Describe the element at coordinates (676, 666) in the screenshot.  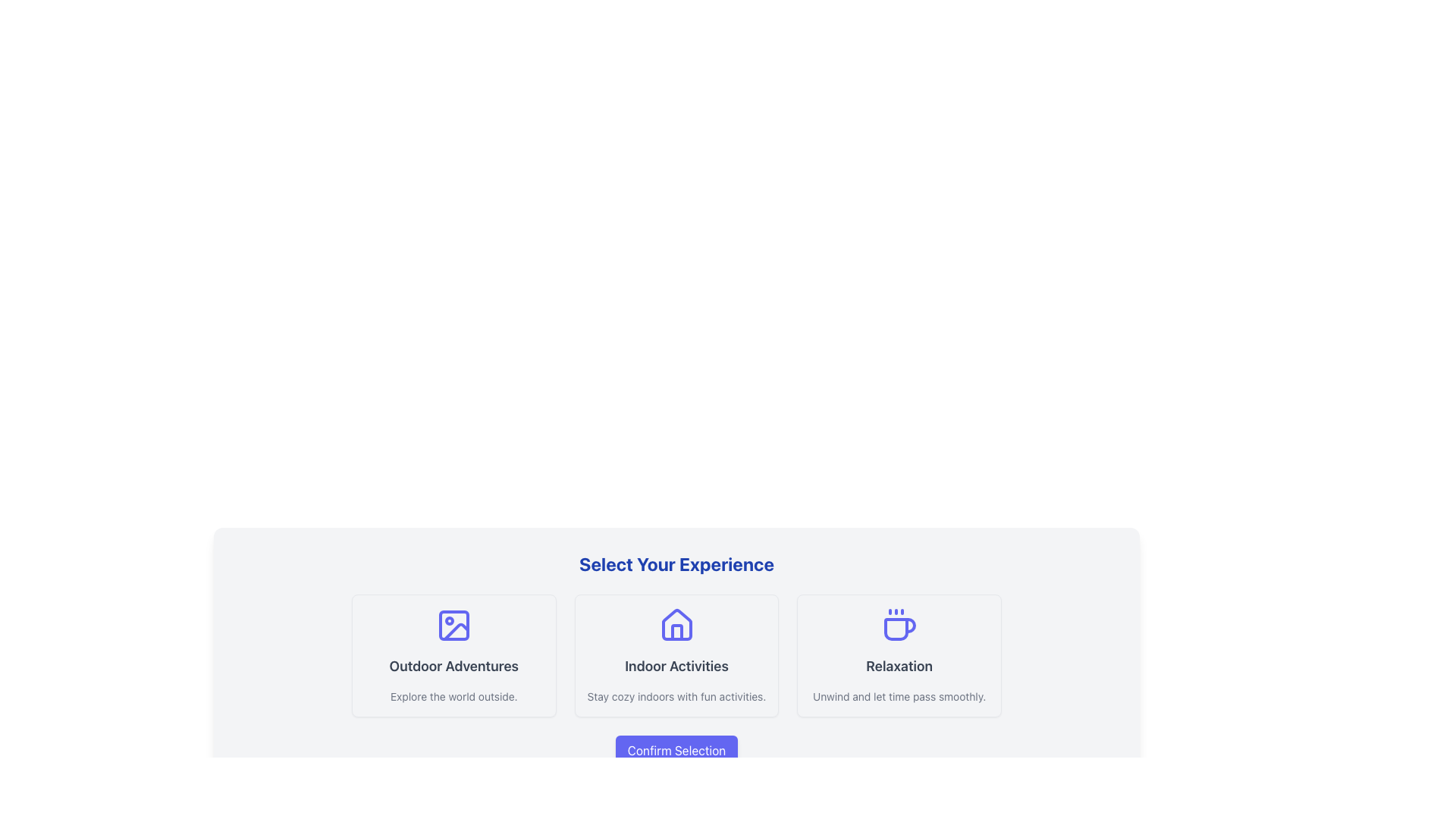
I see `text displayed in the 'Indoor Activities' text label, which is styled in a large, bold font and located in the middle card of a three-card layout` at that location.